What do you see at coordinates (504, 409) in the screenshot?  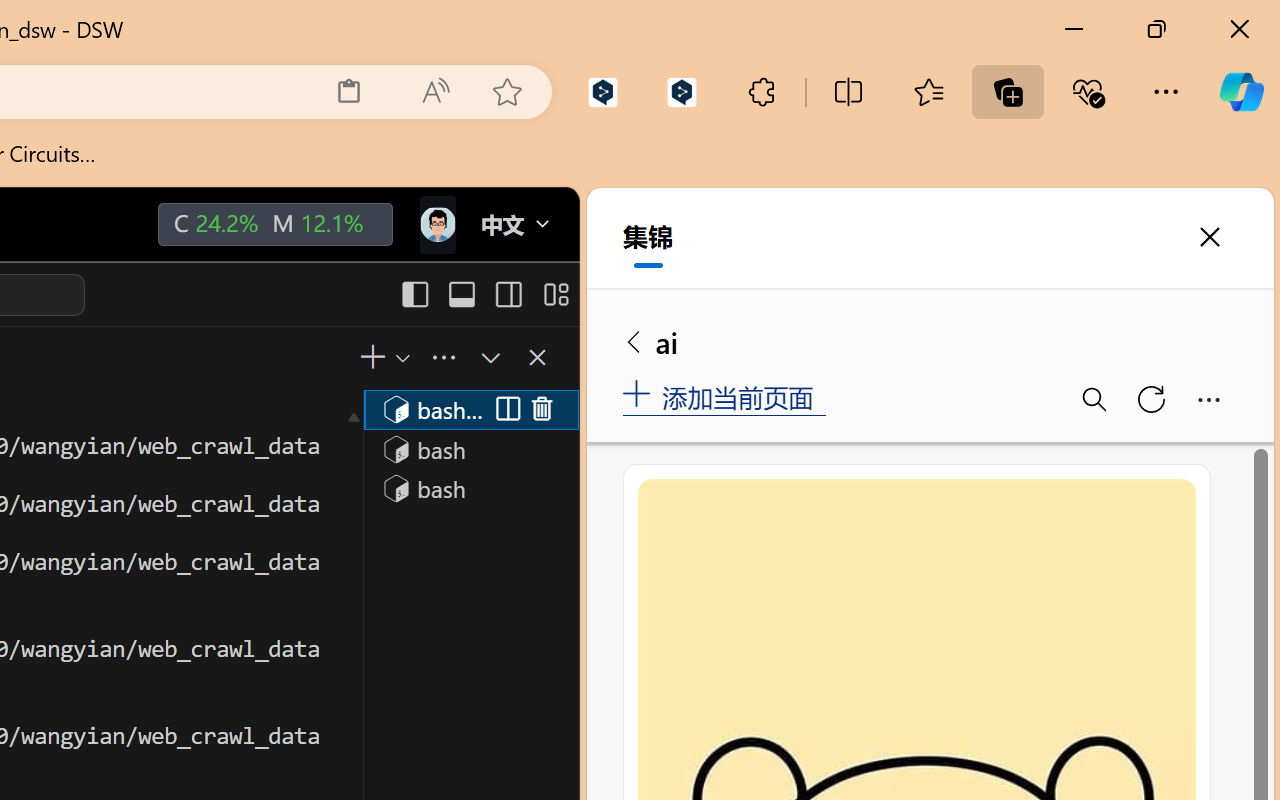 I see `'Split (Ctrl+Shift+5)'` at bounding box center [504, 409].